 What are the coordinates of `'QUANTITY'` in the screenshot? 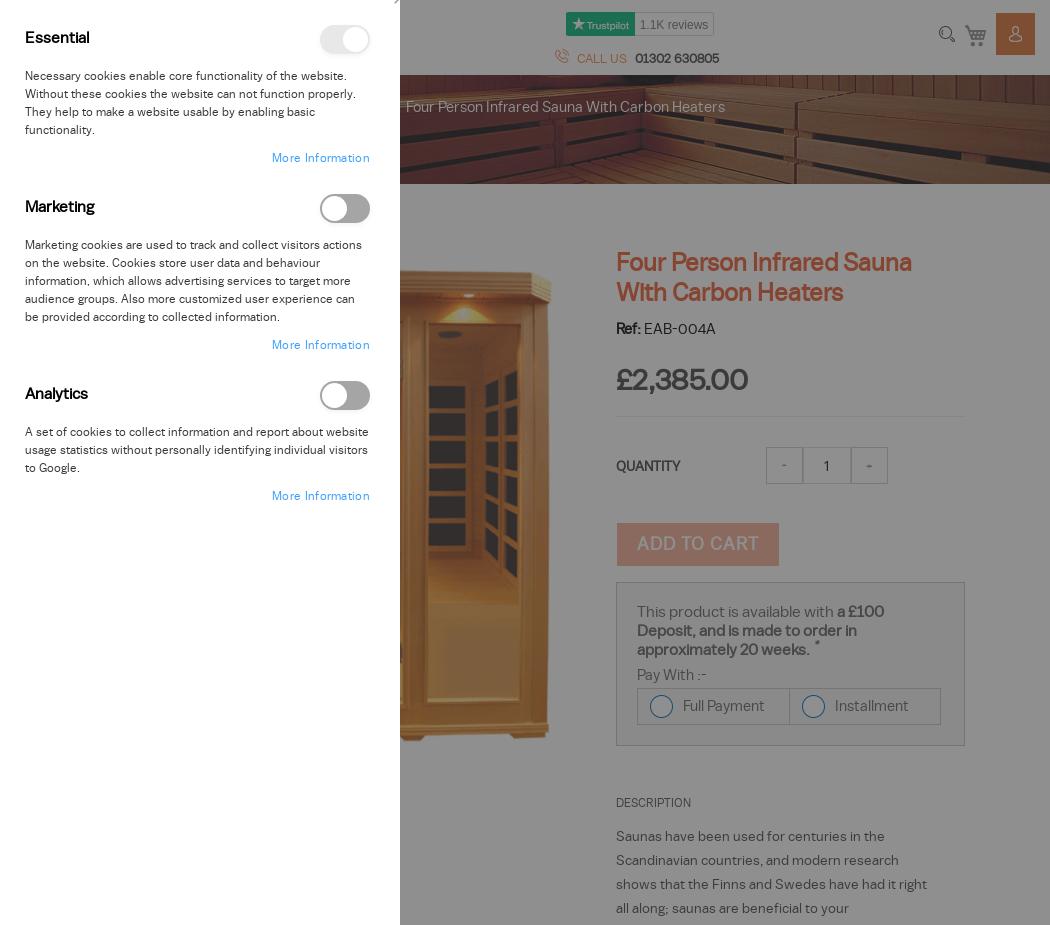 It's located at (646, 466).